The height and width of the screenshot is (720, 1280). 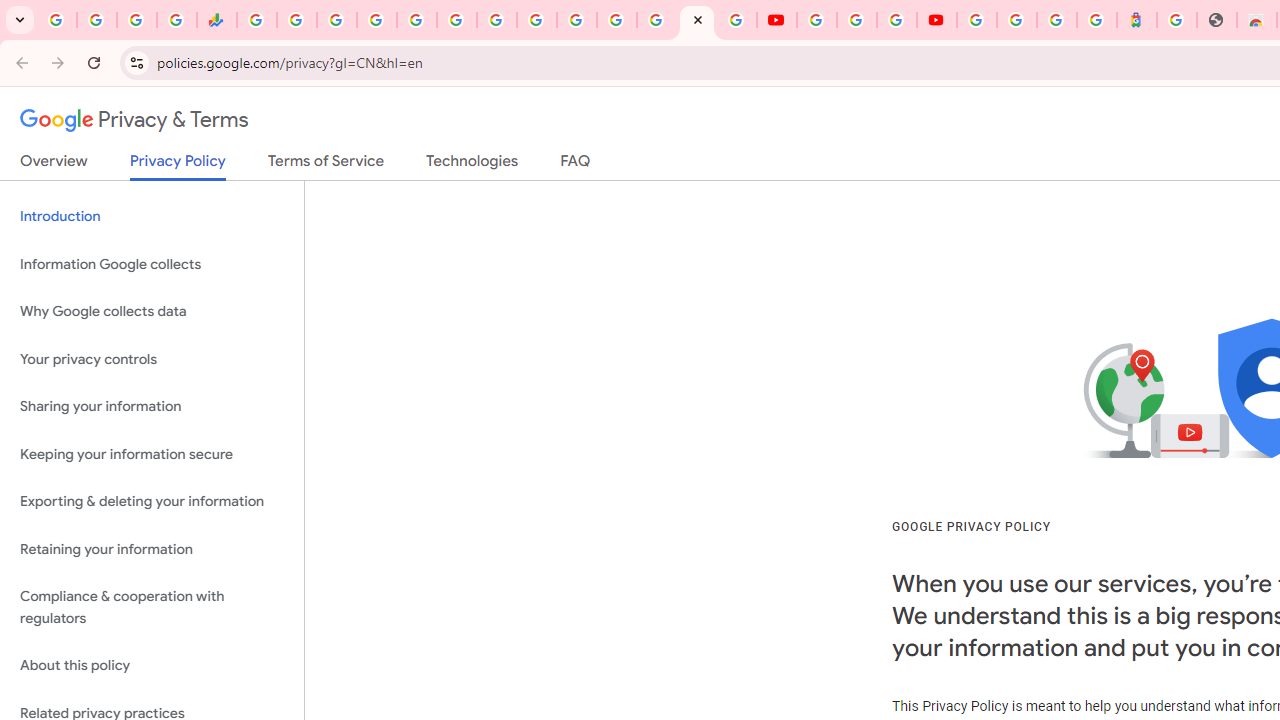 What do you see at coordinates (177, 165) in the screenshot?
I see `'Privacy Policy'` at bounding box center [177, 165].